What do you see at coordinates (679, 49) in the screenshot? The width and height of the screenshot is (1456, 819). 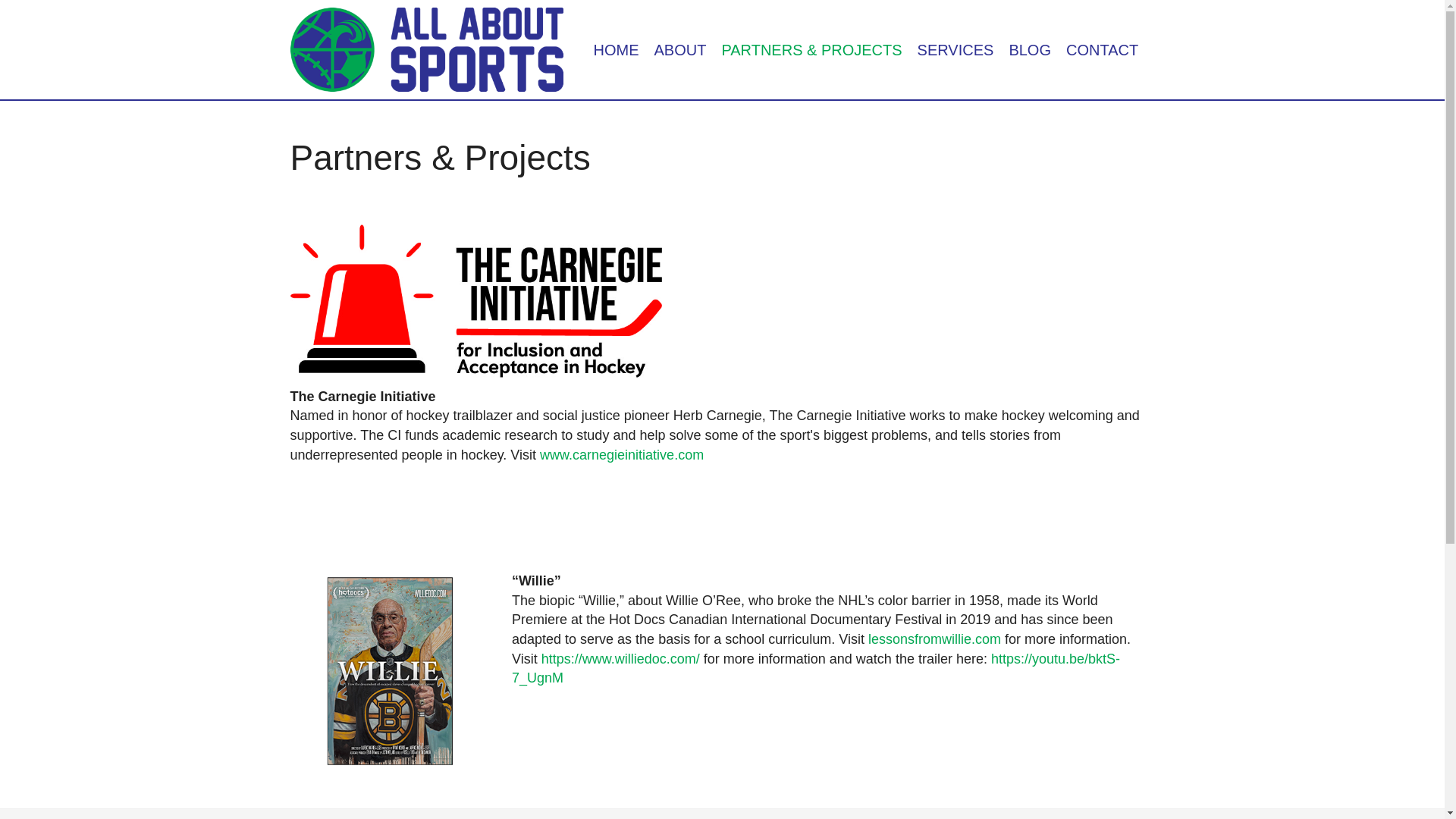 I see `'ABOUT'` at bounding box center [679, 49].